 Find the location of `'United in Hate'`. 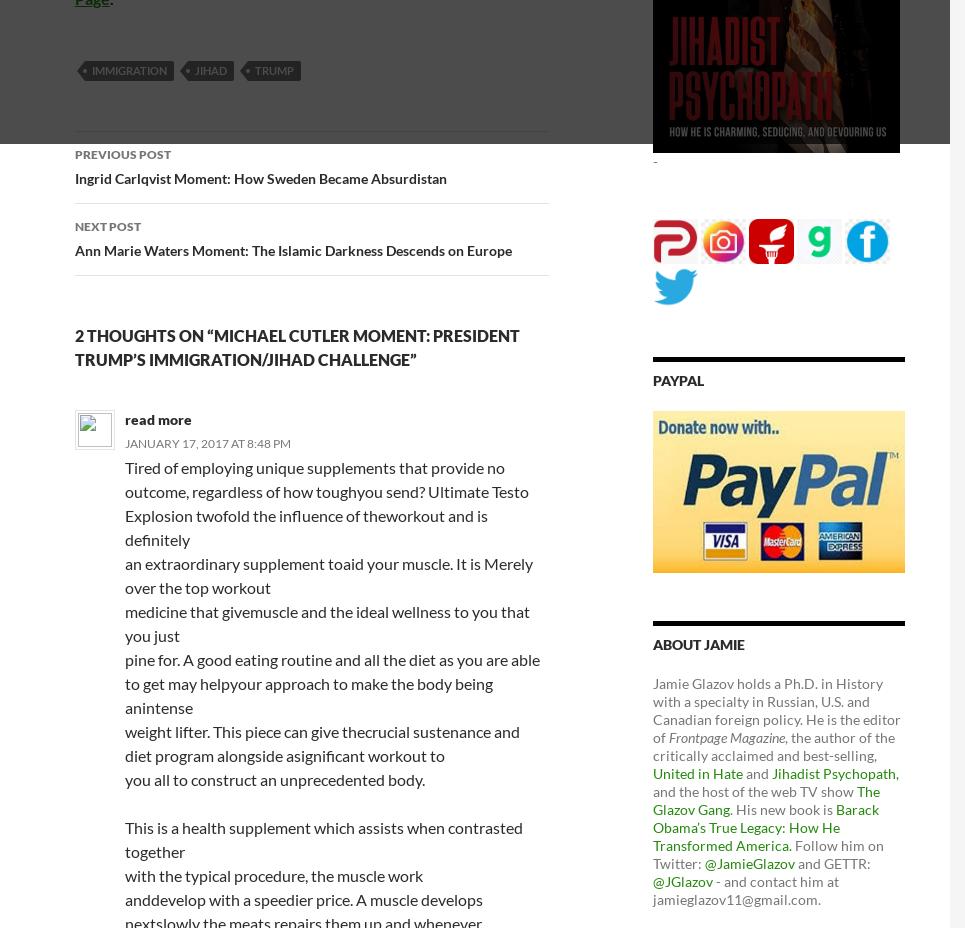

'United in Hate' is located at coordinates (696, 771).